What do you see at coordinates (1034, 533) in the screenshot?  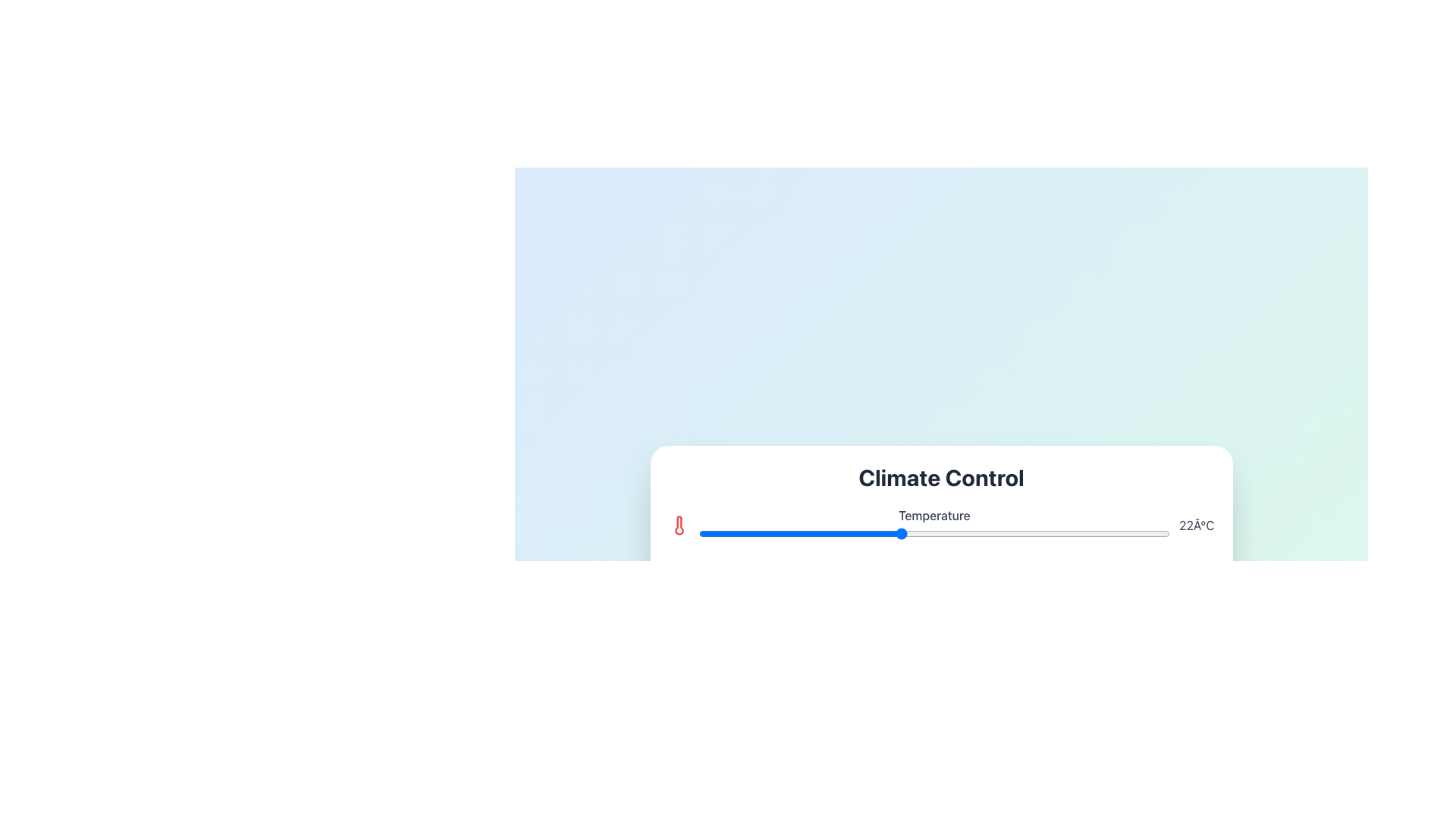 I see `the temperature slider` at bounding box center [1034, 533].